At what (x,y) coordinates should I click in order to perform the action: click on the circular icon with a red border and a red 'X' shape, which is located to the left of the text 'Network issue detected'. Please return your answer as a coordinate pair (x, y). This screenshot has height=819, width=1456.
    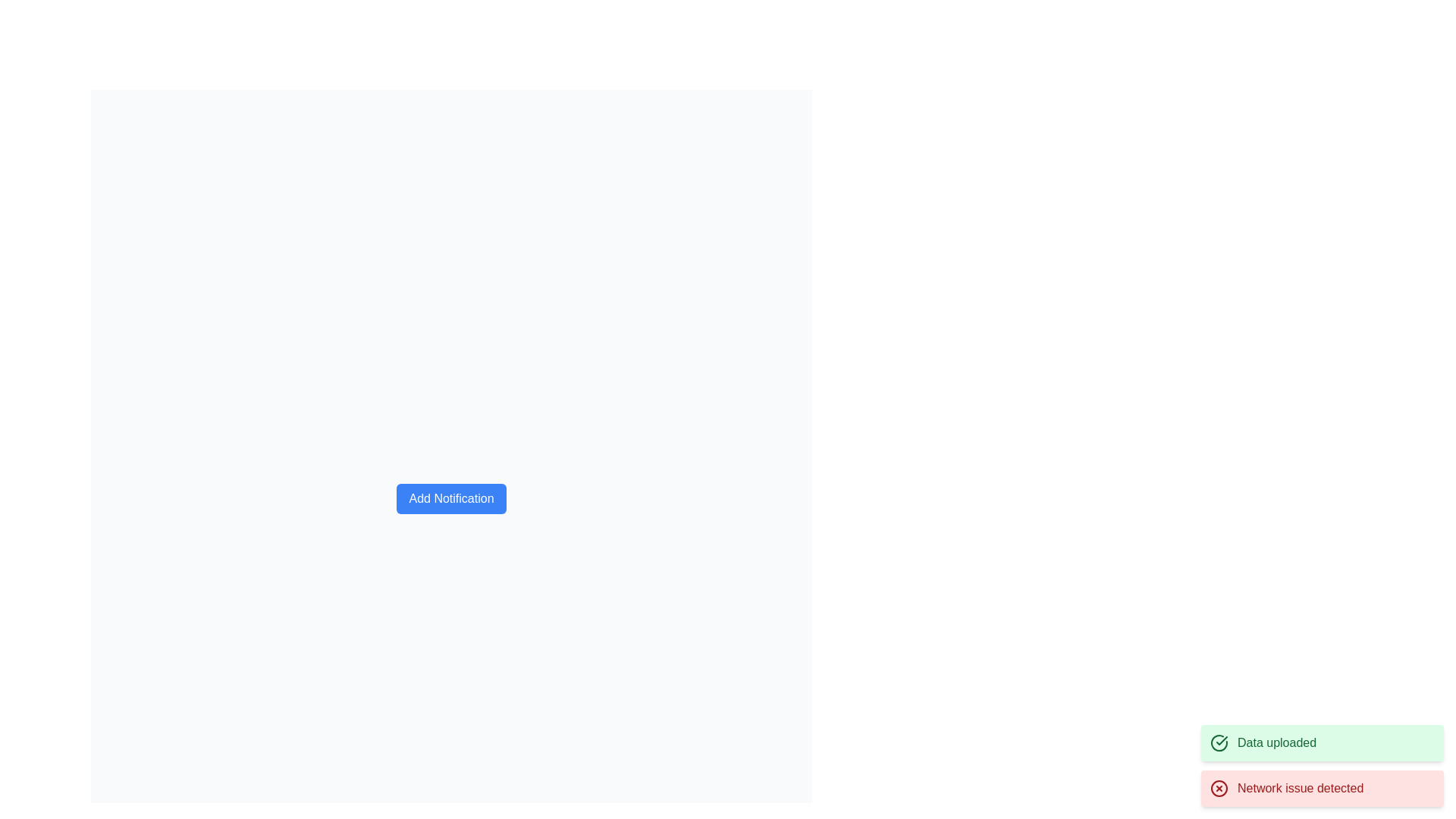
    Looking at the image, I should click on (1219, 788).